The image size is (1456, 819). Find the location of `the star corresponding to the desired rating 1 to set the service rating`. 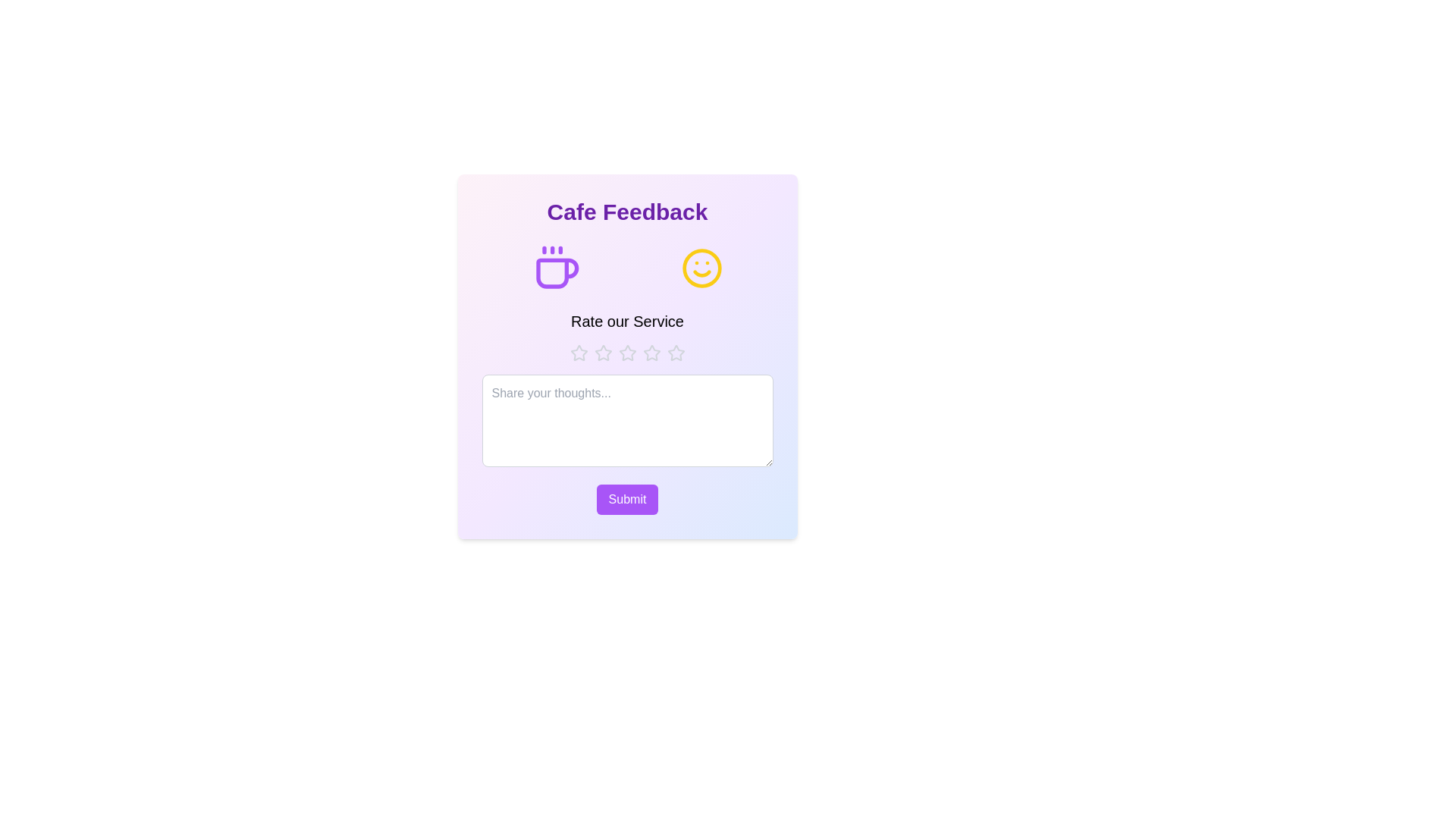

the star corresponding to the desired rating 1 to set the service rating is located at coordinates (578, 353).